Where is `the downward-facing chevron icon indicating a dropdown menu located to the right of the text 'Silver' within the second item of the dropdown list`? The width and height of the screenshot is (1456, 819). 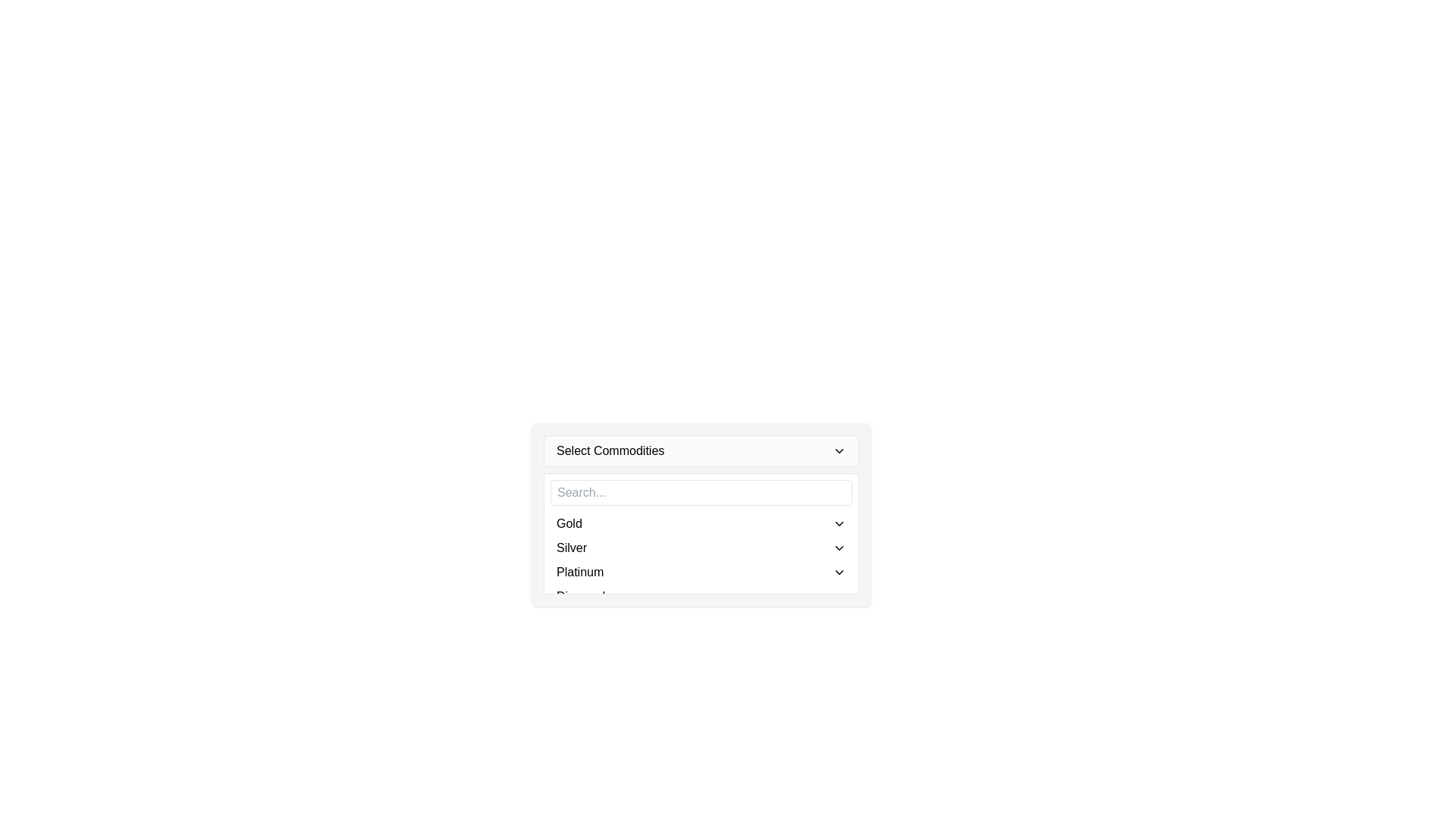 the downward-facing chevron icon indicating a dropdown menu located to the right of the text 'Silver' within the second item of the dropdown list is located at coordinates (839, 548).